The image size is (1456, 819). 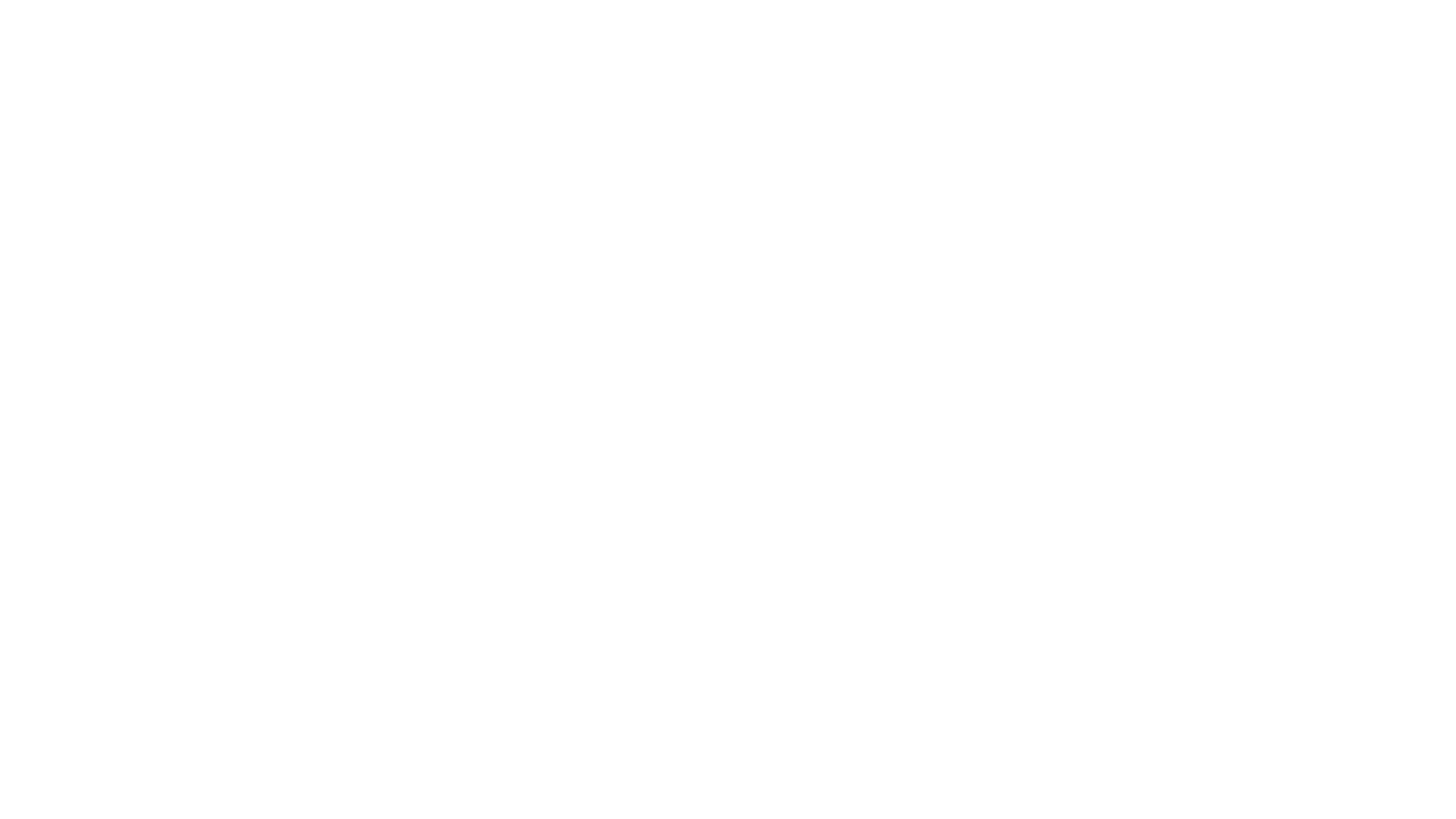 I want to click on Clear filters, so click(x=467, y=426).